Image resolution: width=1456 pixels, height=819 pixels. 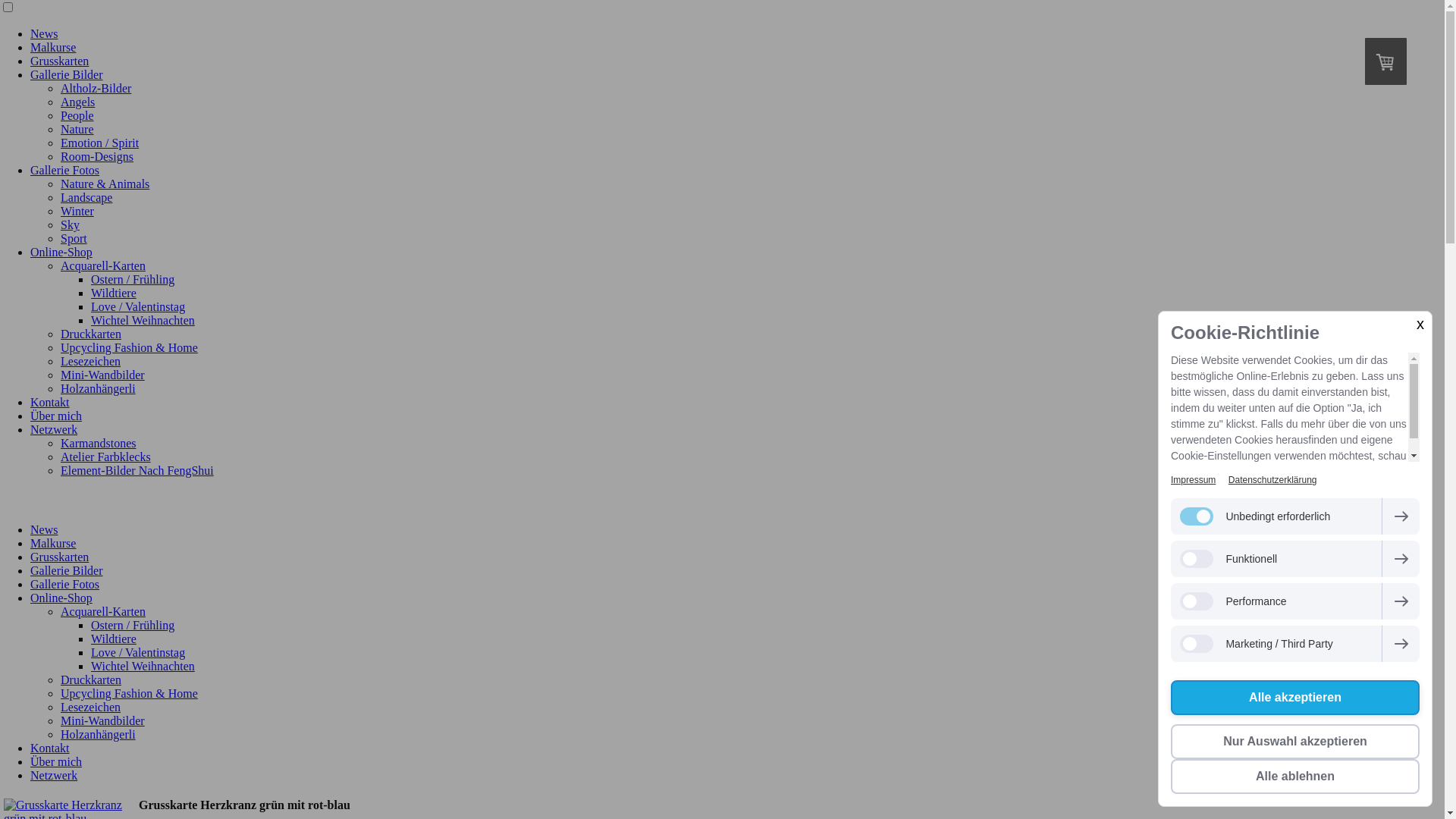 I want to click on 'Karmandstones', so click(x=61, y=443).